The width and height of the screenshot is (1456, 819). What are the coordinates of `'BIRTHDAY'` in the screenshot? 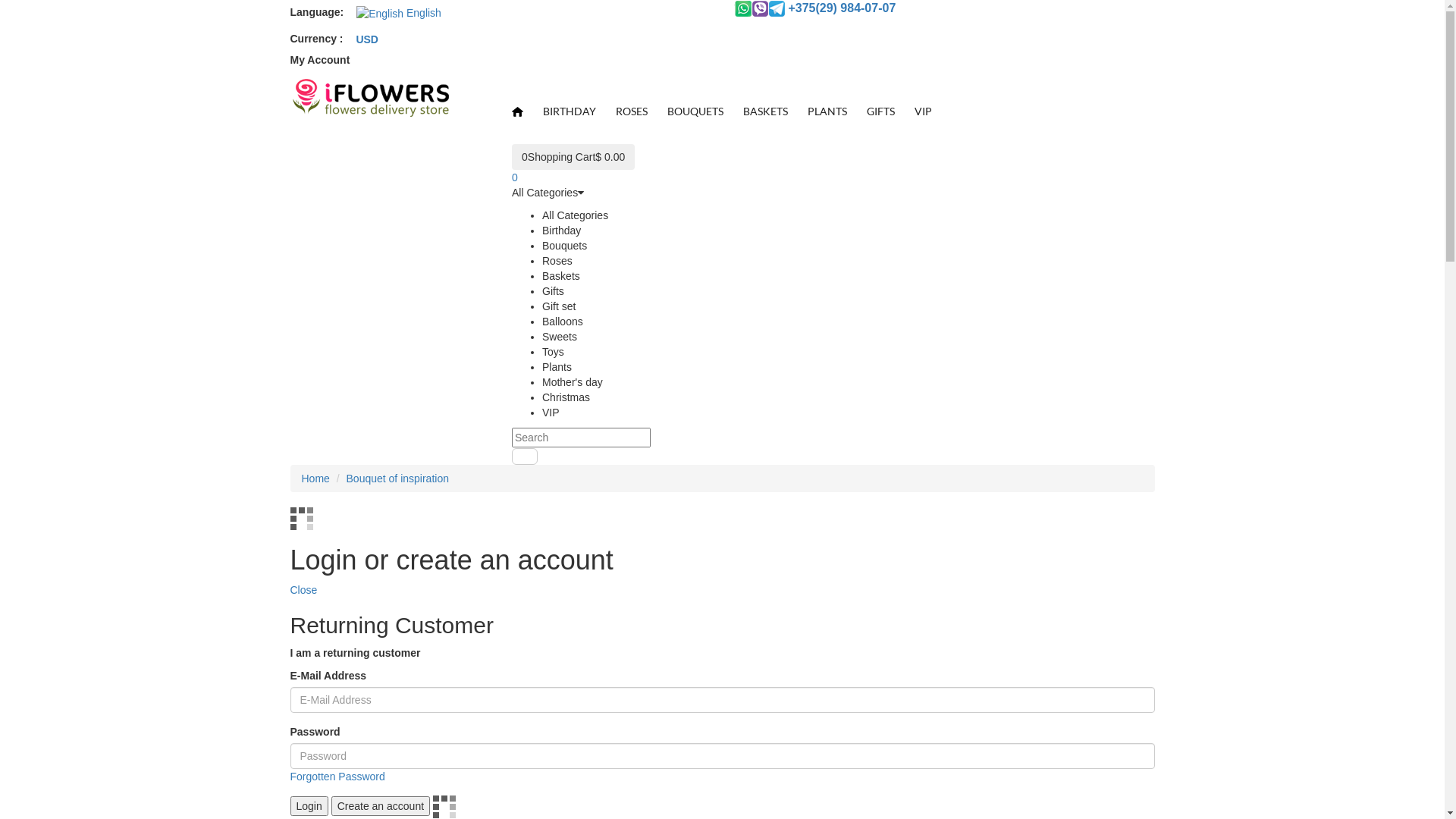 It's located at (532, 110).